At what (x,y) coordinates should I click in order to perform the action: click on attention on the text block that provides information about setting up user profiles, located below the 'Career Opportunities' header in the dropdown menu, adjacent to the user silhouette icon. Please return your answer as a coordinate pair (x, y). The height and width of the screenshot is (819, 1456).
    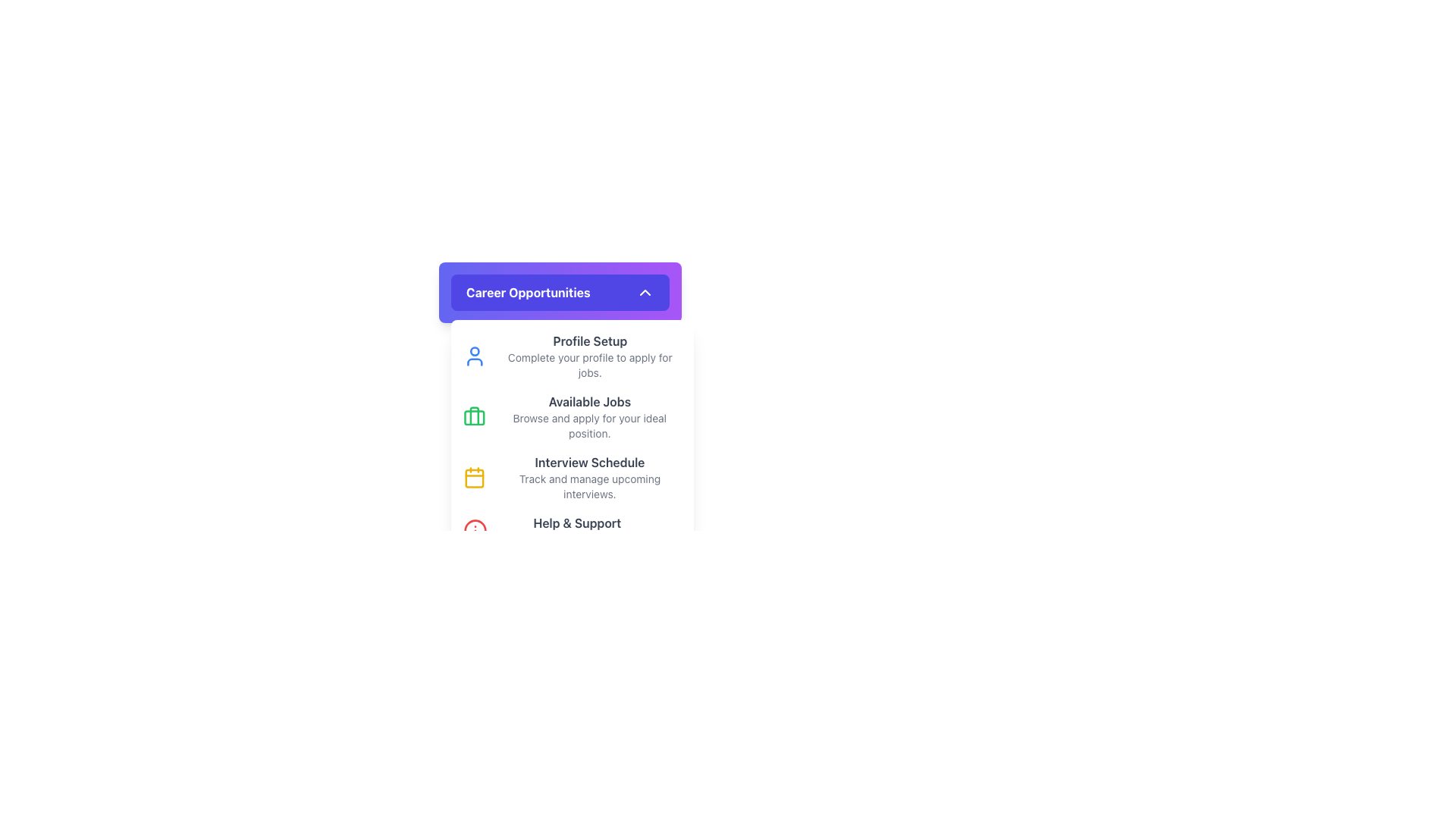
    Looking at the image, I should click on (589, 356).